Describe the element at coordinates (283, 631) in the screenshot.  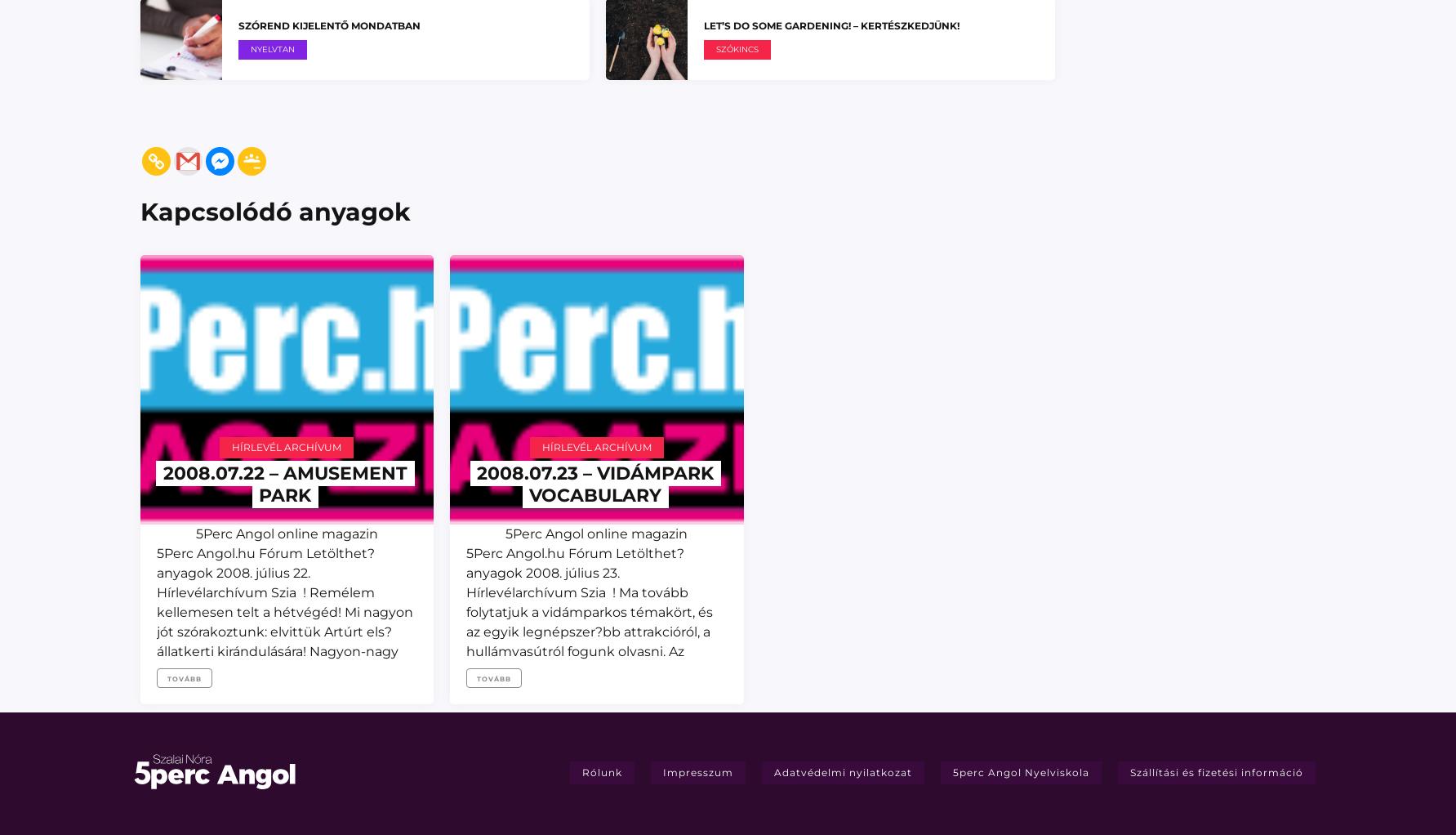
I see `'5Perc Angol online magazin 5Perc Angol.hu Fórum Letölthet? anyagok 2008. július 22. Hírlevélarchívum Szia  ! Remélem kellemesen telt a hétvégéd! Mi nagyon jót szórakoztunk: elvittük Artúrt els? állatkerti kirándulására! Nagyon-nagy élmény volt mind a hármunknak! Legjobban a fókák tetszettek neki, ahogy úsztak mellette, meg a feje felett. Készítettem is'` at that location.